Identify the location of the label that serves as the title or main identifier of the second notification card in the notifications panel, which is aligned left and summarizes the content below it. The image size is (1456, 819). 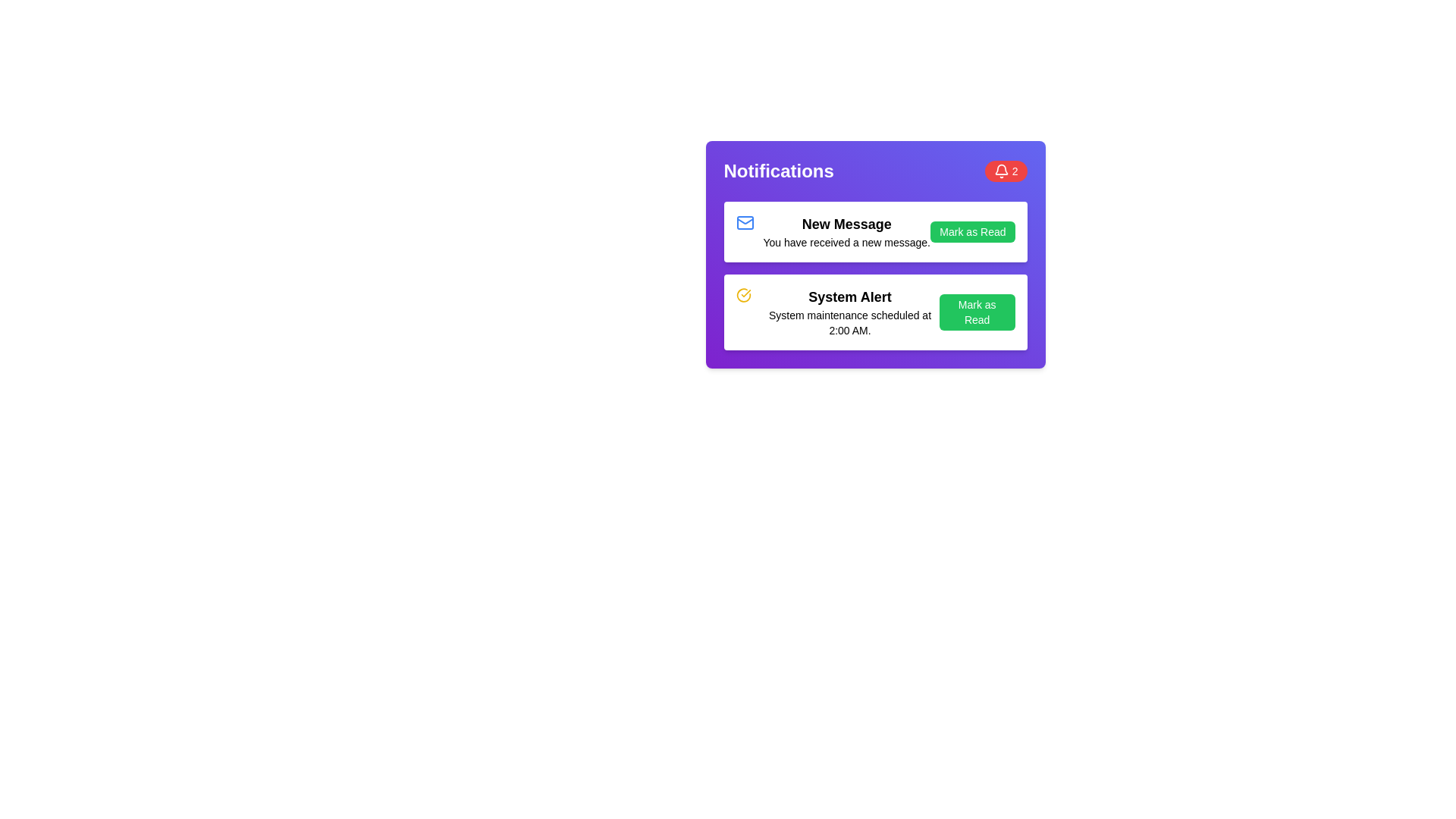
(850, 297).